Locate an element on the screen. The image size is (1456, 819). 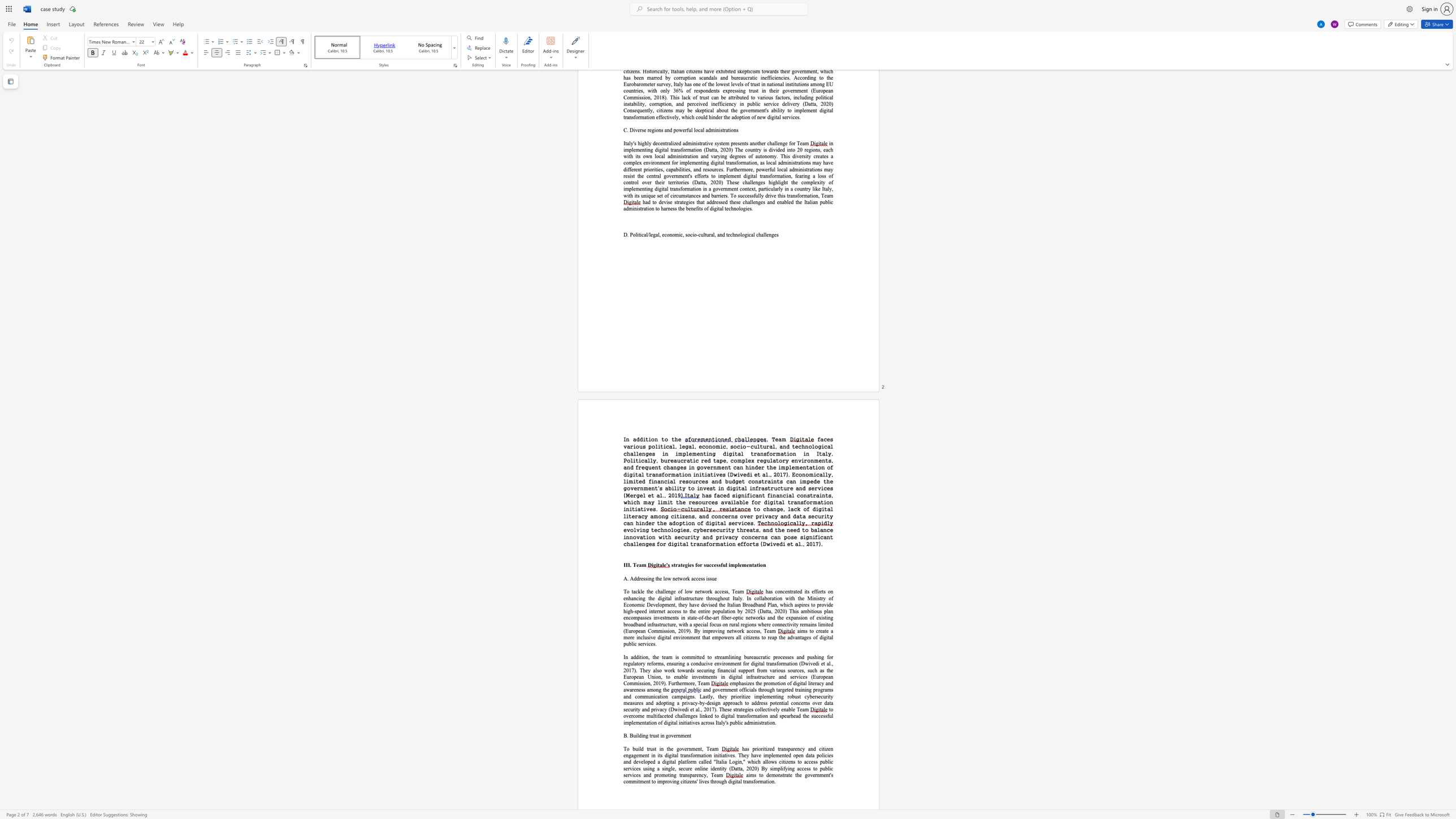
the subset text ", and the need to balance innovation with security and privacy concerns ca" within the text "evolving technologies, cybersecurity threats, and the need to balance innovation with security and privacy concerns can pose significant" is located at coordinates (759, 530).